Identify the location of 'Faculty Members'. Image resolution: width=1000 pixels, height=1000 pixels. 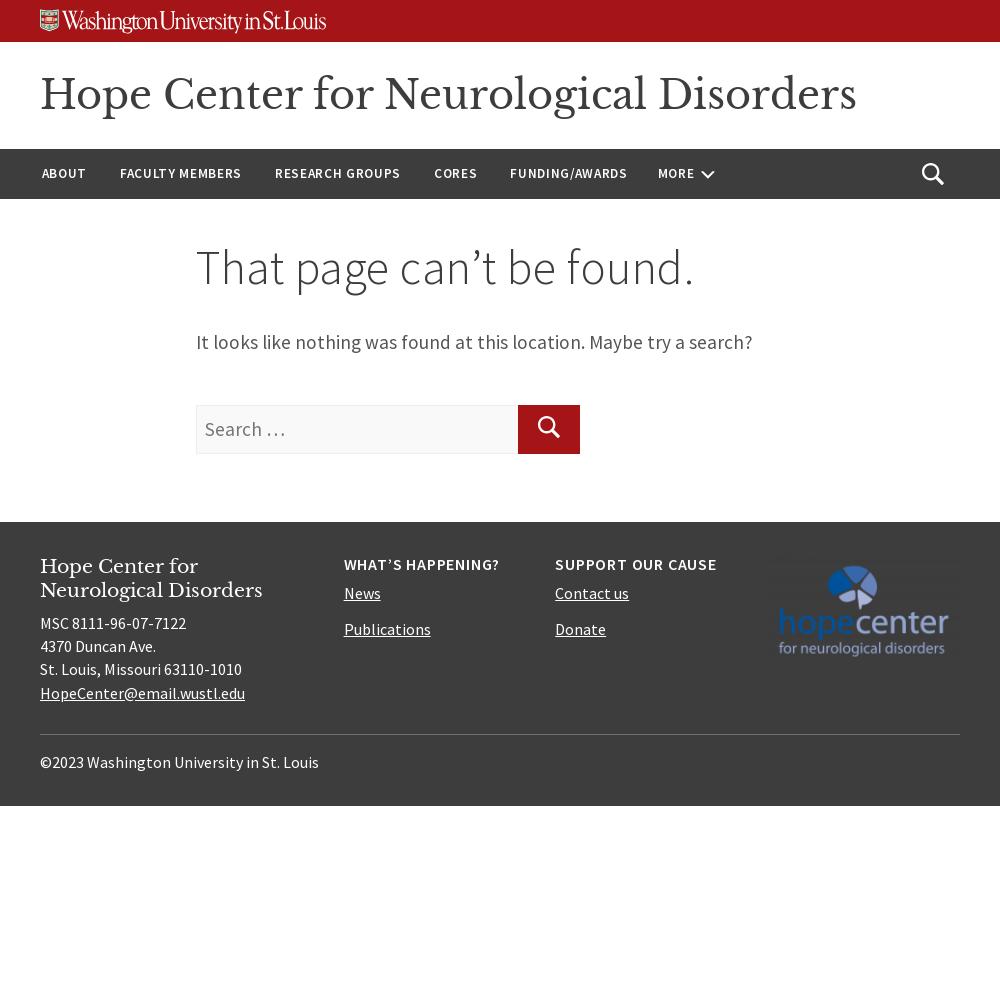
(119, 173).